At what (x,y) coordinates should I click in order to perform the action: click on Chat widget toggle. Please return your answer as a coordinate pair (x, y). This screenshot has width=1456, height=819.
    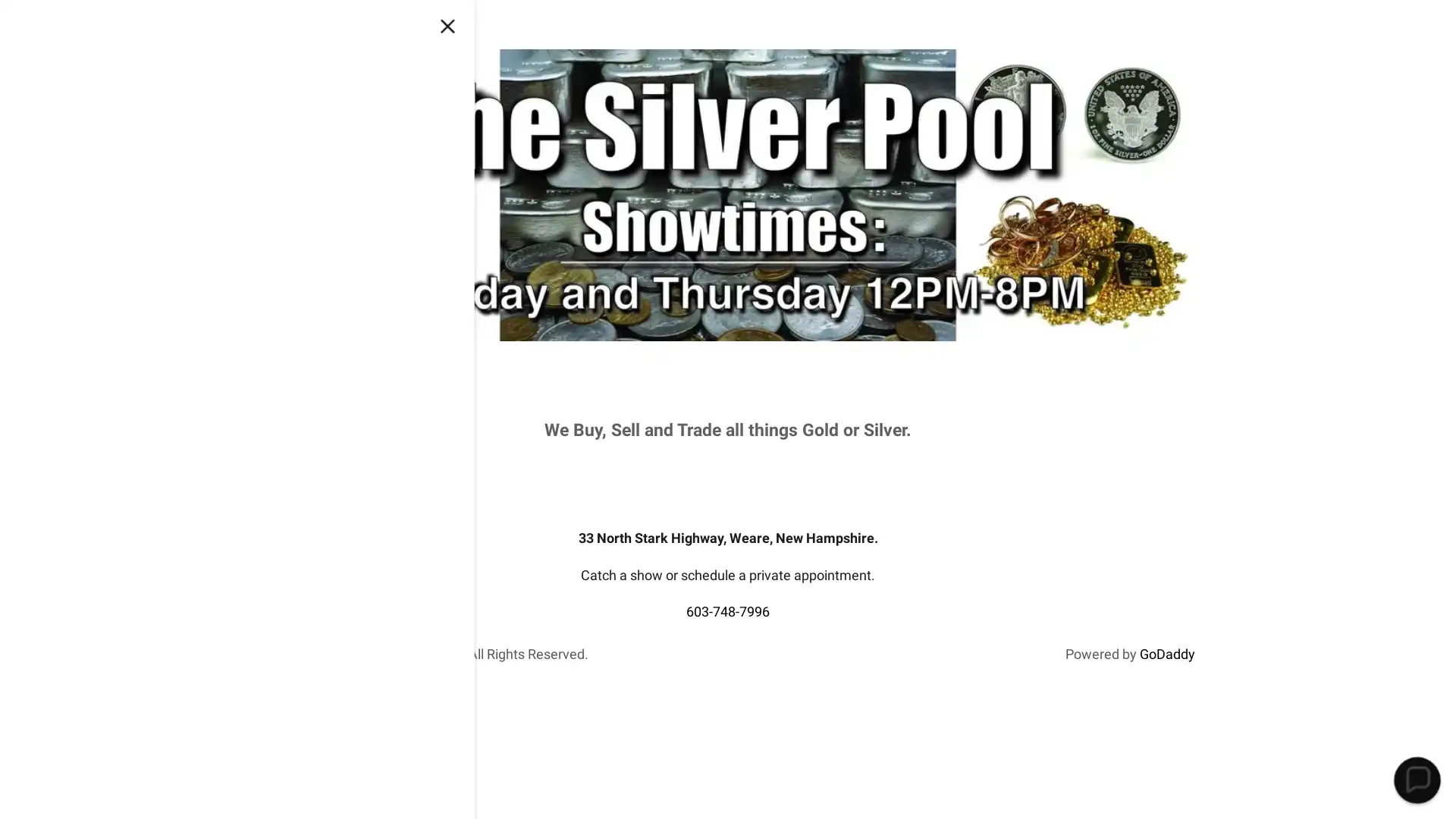
    Looking at the image, I should click on (1416, 780).